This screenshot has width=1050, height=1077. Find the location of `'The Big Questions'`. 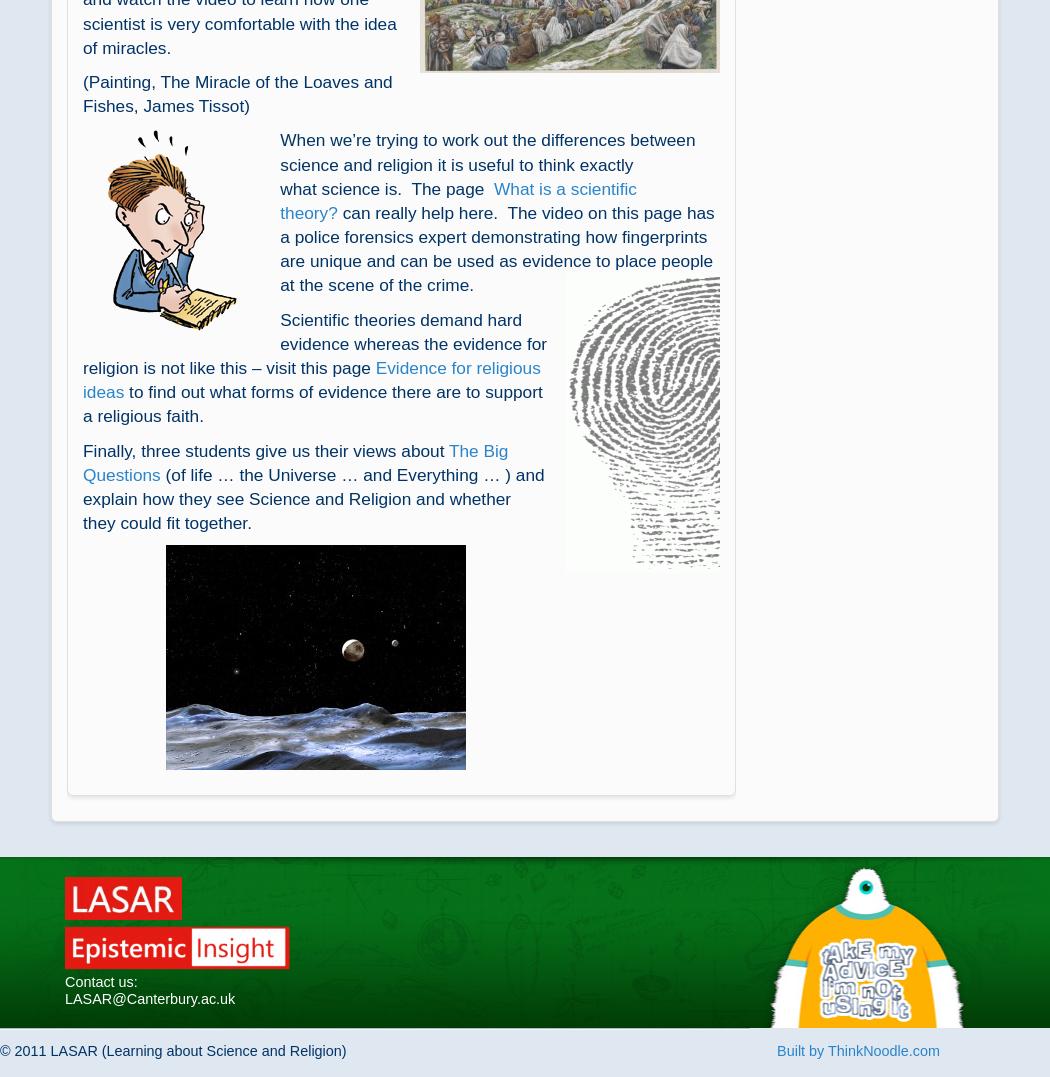

'The Big Questions' is located at coordinates (294, 462).